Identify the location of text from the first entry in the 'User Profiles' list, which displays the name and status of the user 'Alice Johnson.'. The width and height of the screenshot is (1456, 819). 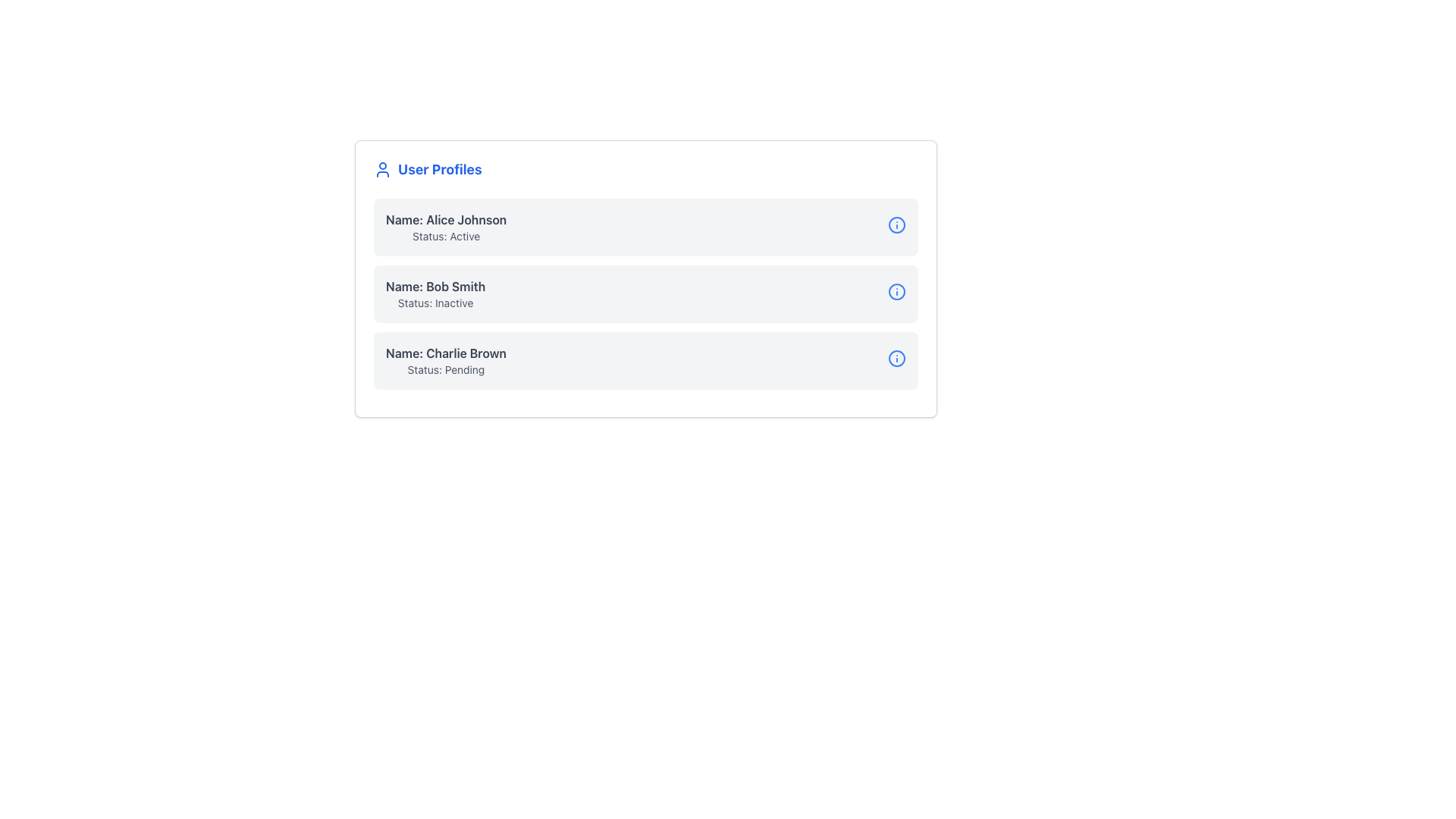
(445, 227).